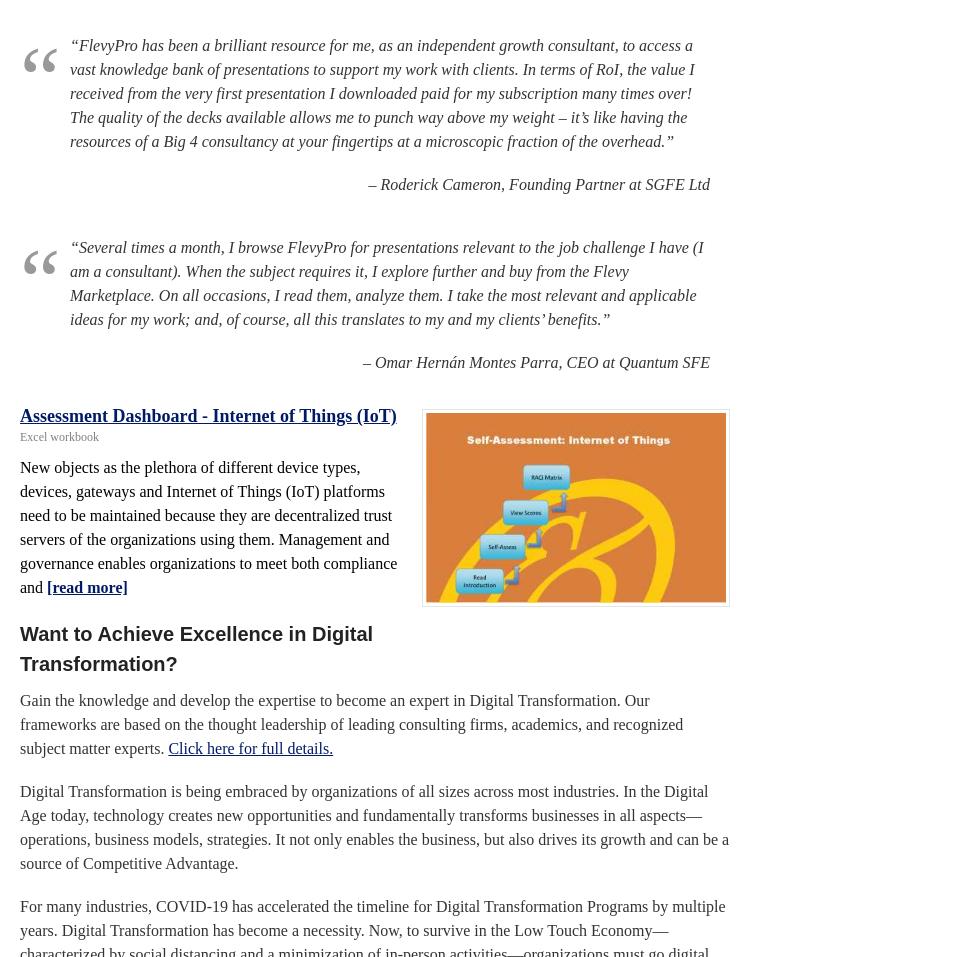 The width and height of the screenshot is (980, 957). What do you see at coordinates (19, 415) in the screenshot?
I see `'Assessment Dashboard - Internet of Things (IoT)'` at bounding box center [19, 415].